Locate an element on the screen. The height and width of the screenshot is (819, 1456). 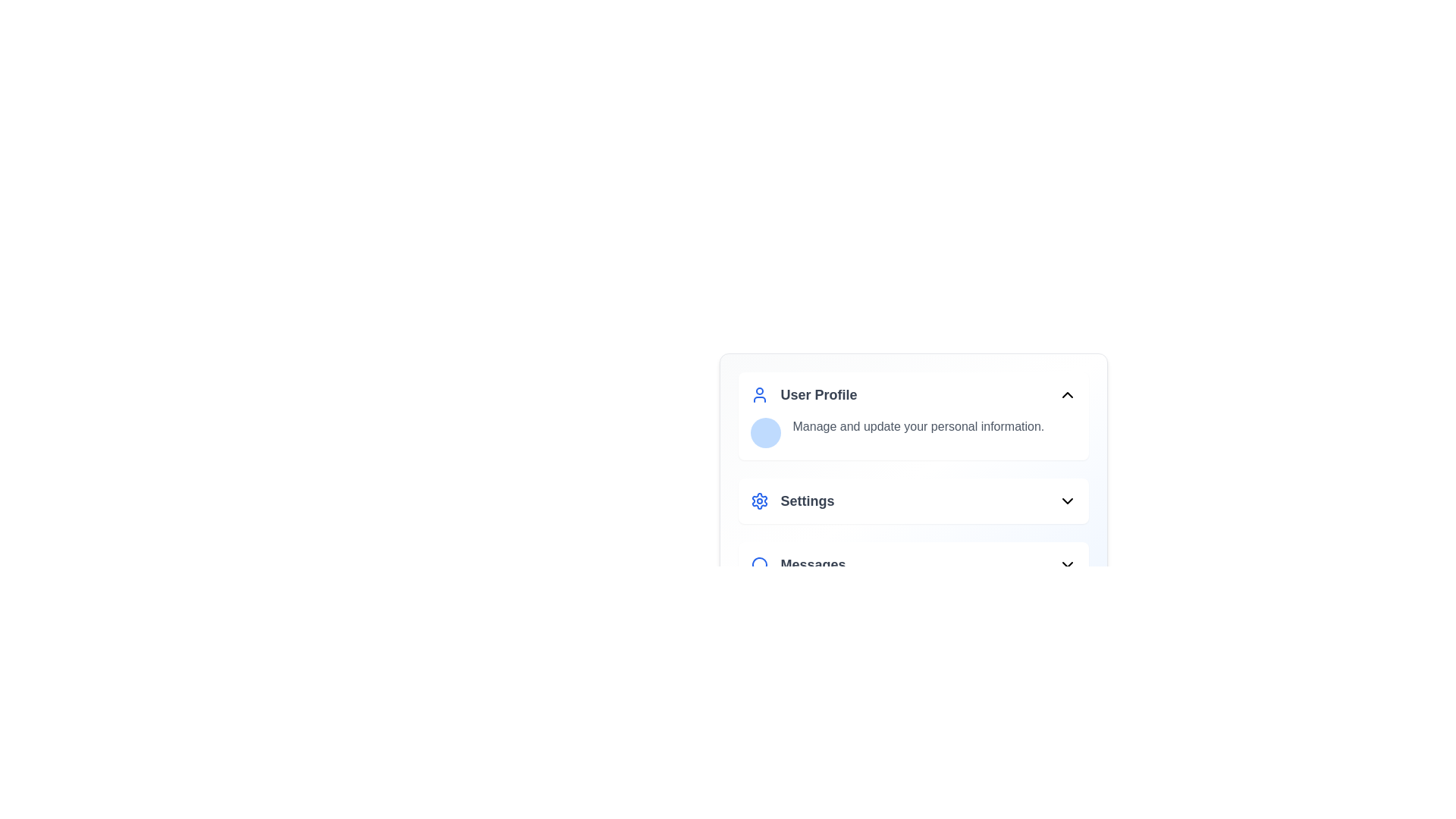
the 'Messages' text label element, which is styled in bold and dark gray, located as the third item in the 'User Profile' and 'Settings' options is located at coordinates (812, 564).